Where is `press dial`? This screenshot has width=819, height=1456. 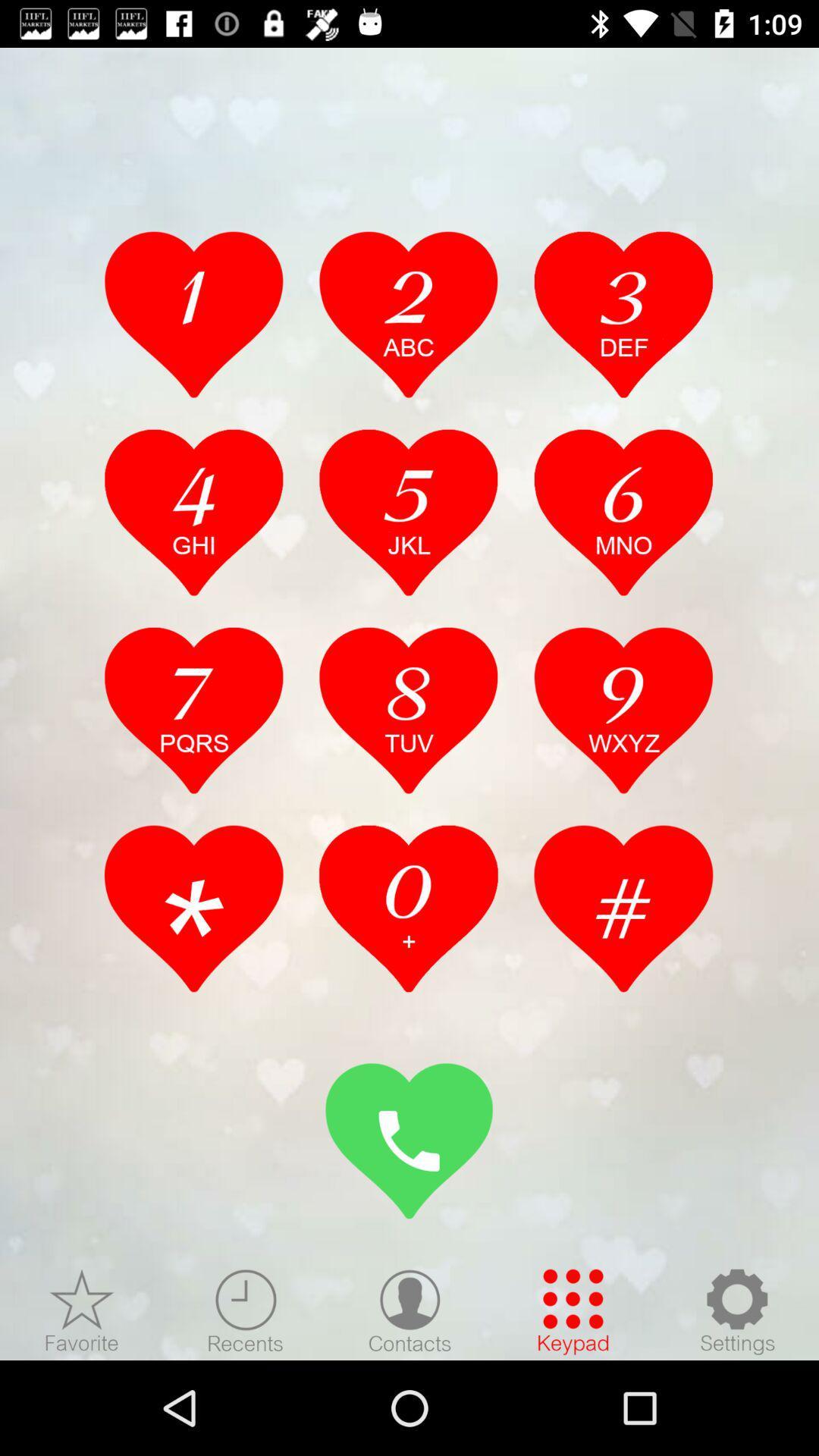
press dial is located at coordinates (409, 1141).